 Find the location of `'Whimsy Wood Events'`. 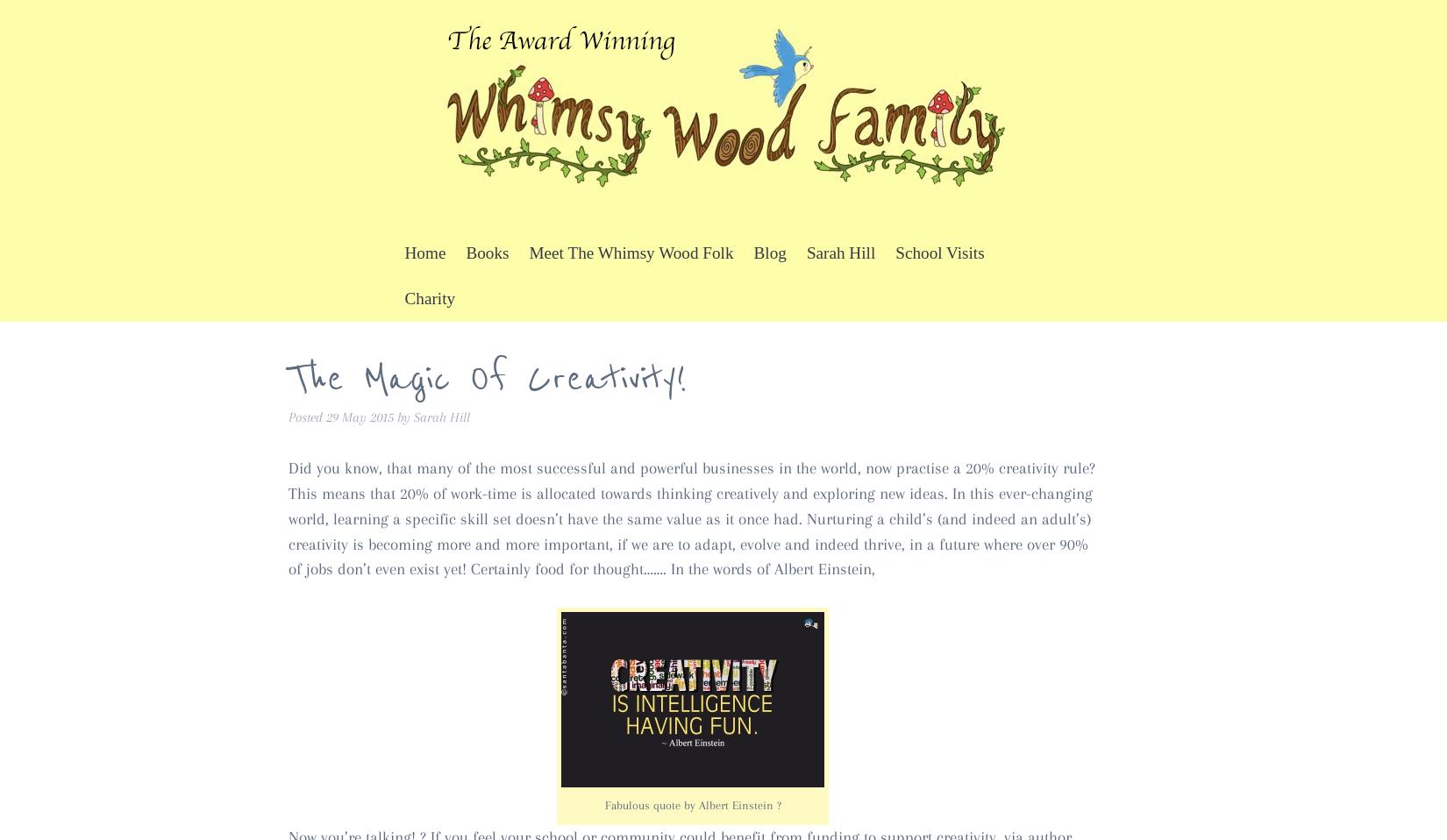

'Whimsy Wood Events' is located at coordinates (957, 293).